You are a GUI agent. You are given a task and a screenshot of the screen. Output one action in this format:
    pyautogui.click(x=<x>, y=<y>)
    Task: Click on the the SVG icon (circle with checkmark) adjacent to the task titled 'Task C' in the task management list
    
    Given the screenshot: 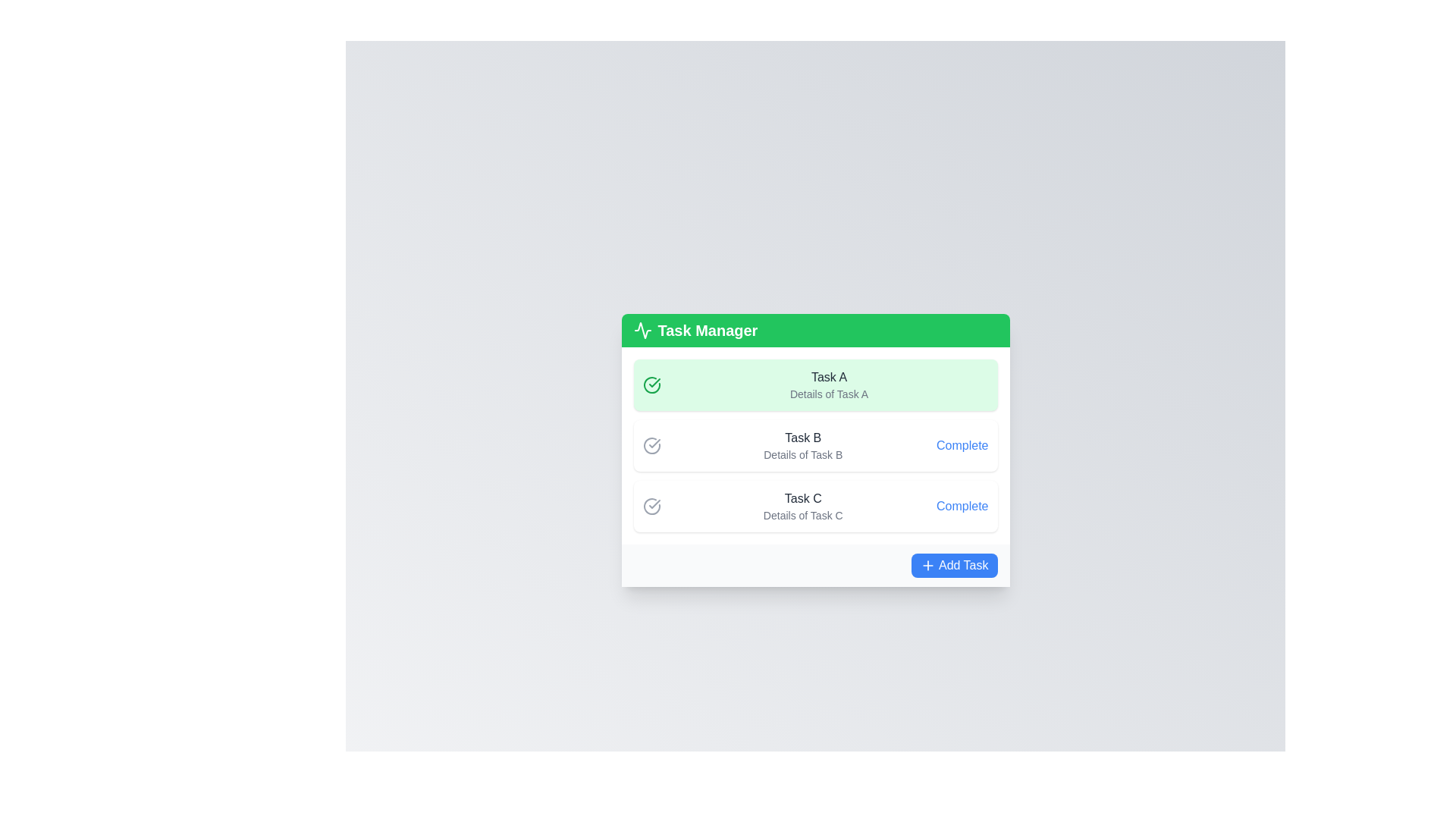 What is the action you would take?
    pyautogui.click(x=651, y=506)
    